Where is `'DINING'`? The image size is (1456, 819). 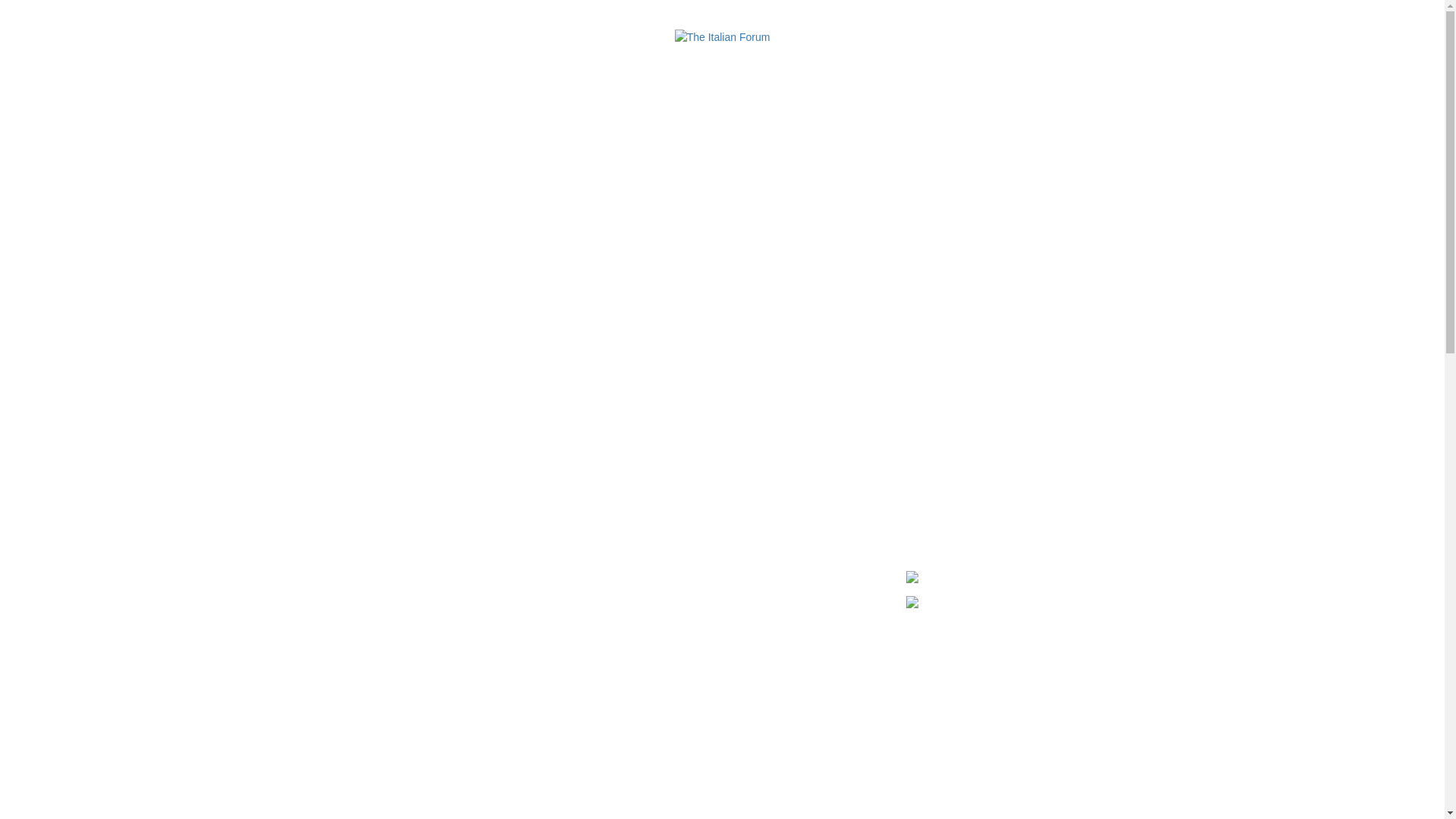 'DINING' is located at coordinates (434, 48).